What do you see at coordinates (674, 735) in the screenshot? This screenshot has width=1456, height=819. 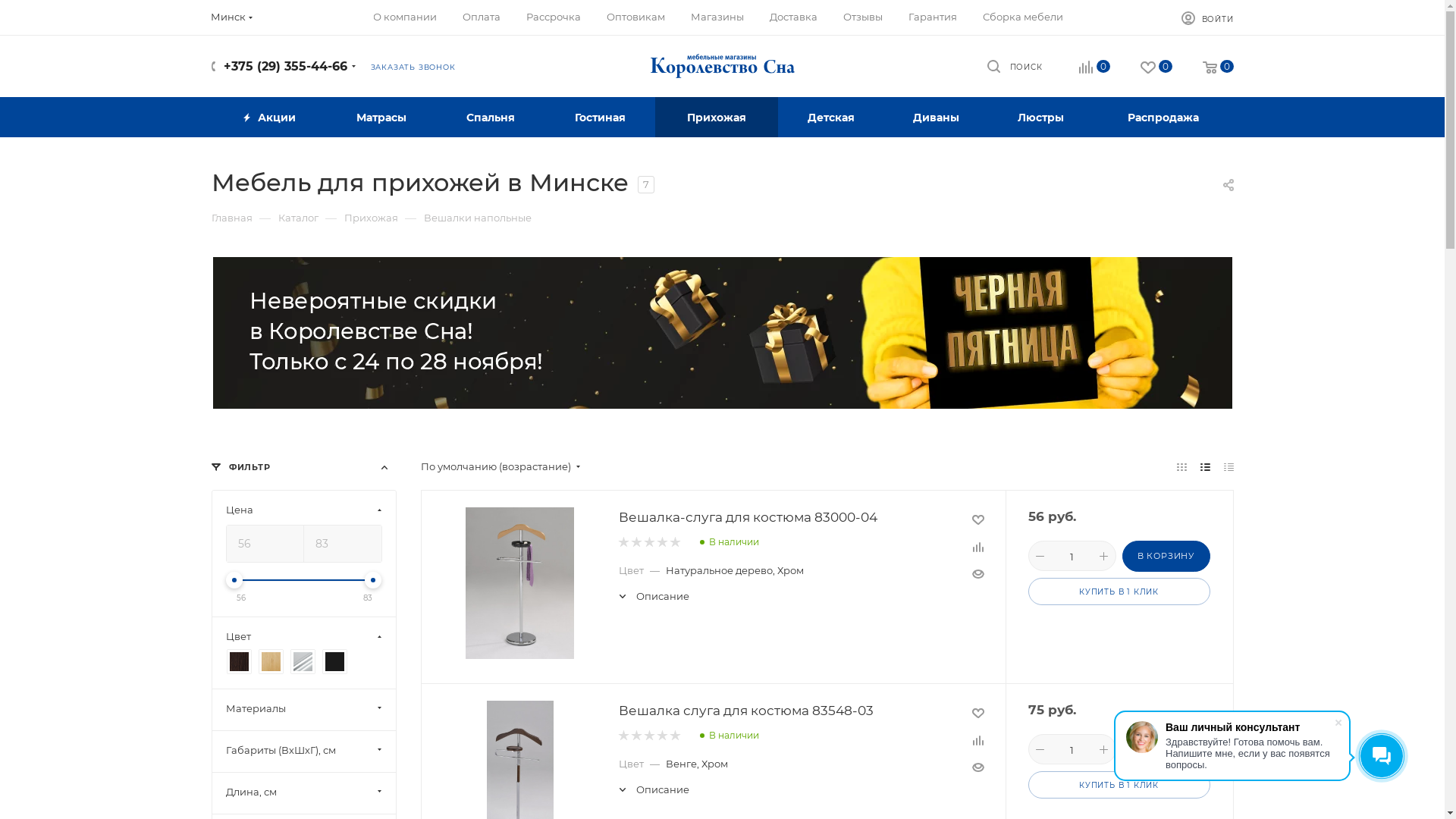 I see `'5'` at bounding box center [674, 735].